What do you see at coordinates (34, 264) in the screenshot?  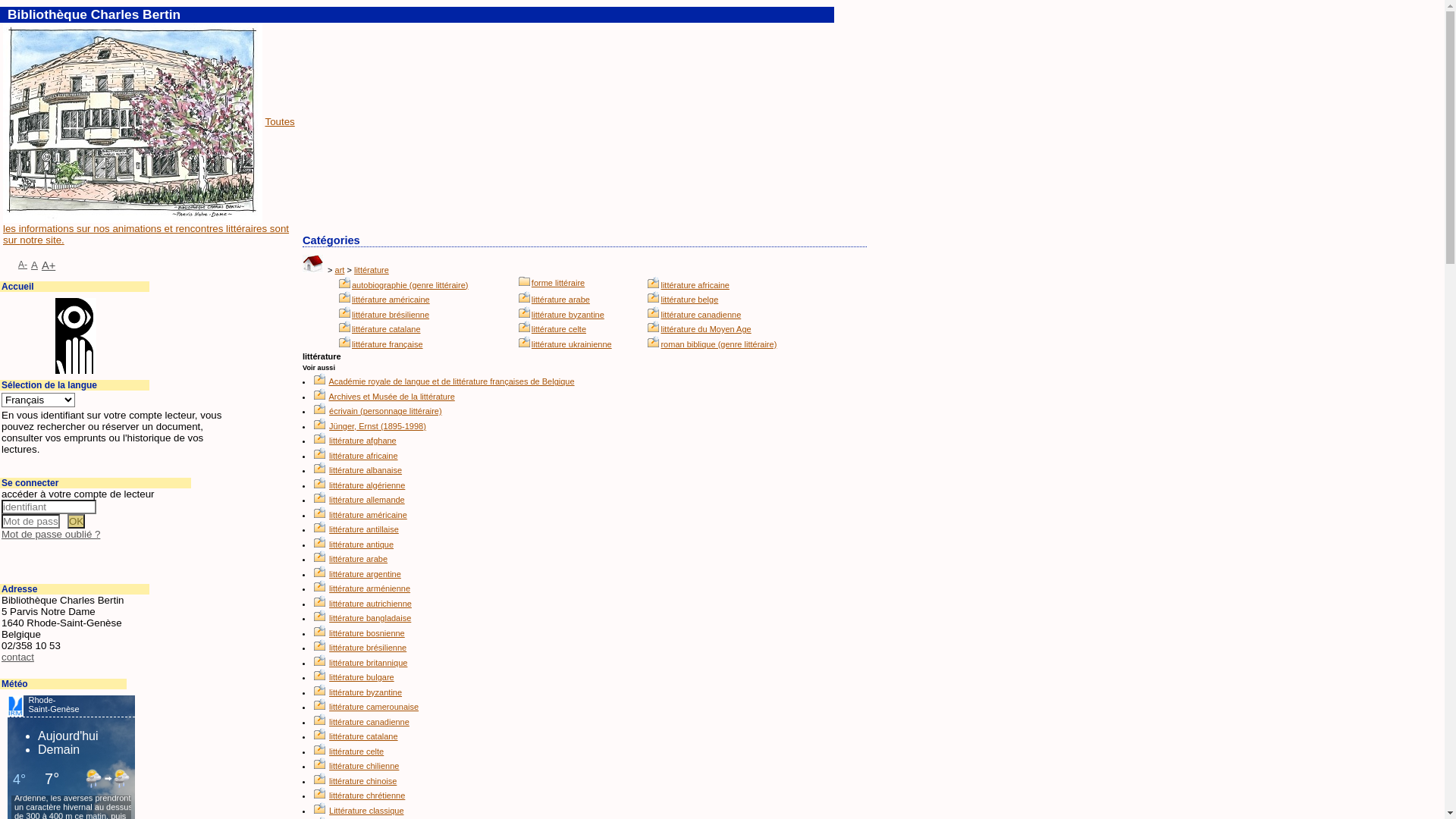 I see `'A'` at bounding box center [34, 264].